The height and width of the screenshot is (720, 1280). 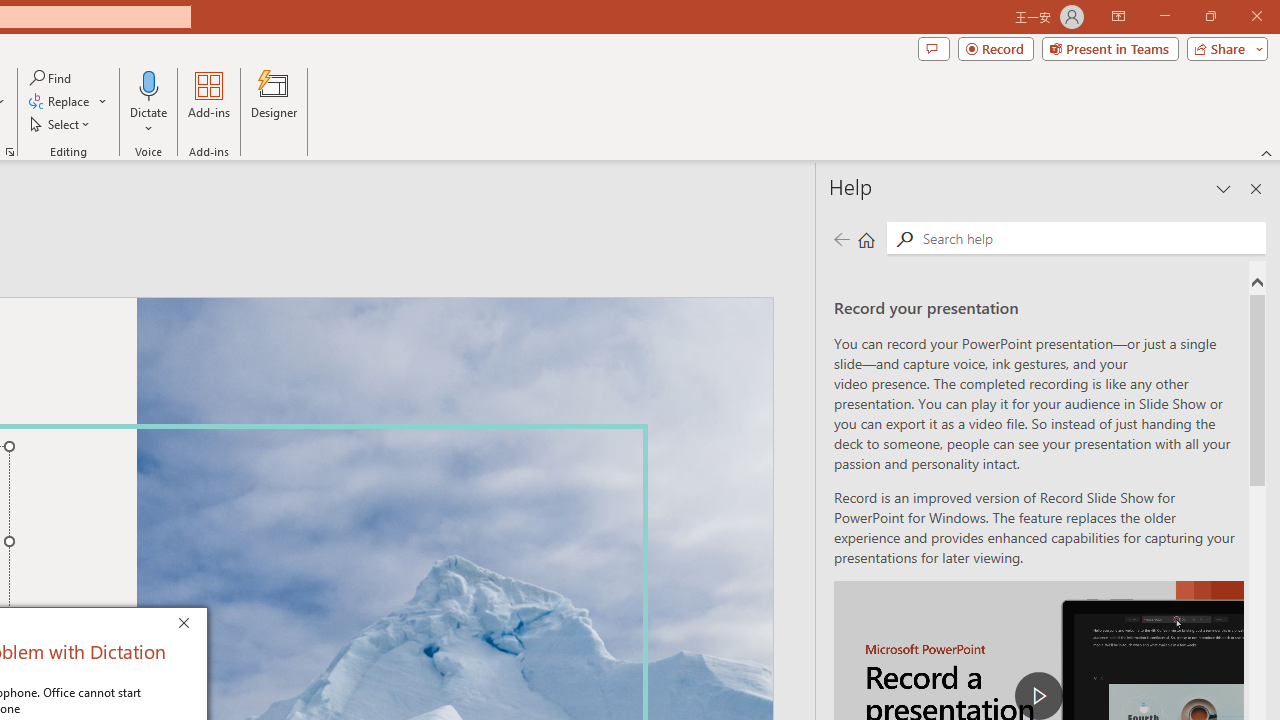 I want to click on 'Dictate', so click(x=148, y=84).